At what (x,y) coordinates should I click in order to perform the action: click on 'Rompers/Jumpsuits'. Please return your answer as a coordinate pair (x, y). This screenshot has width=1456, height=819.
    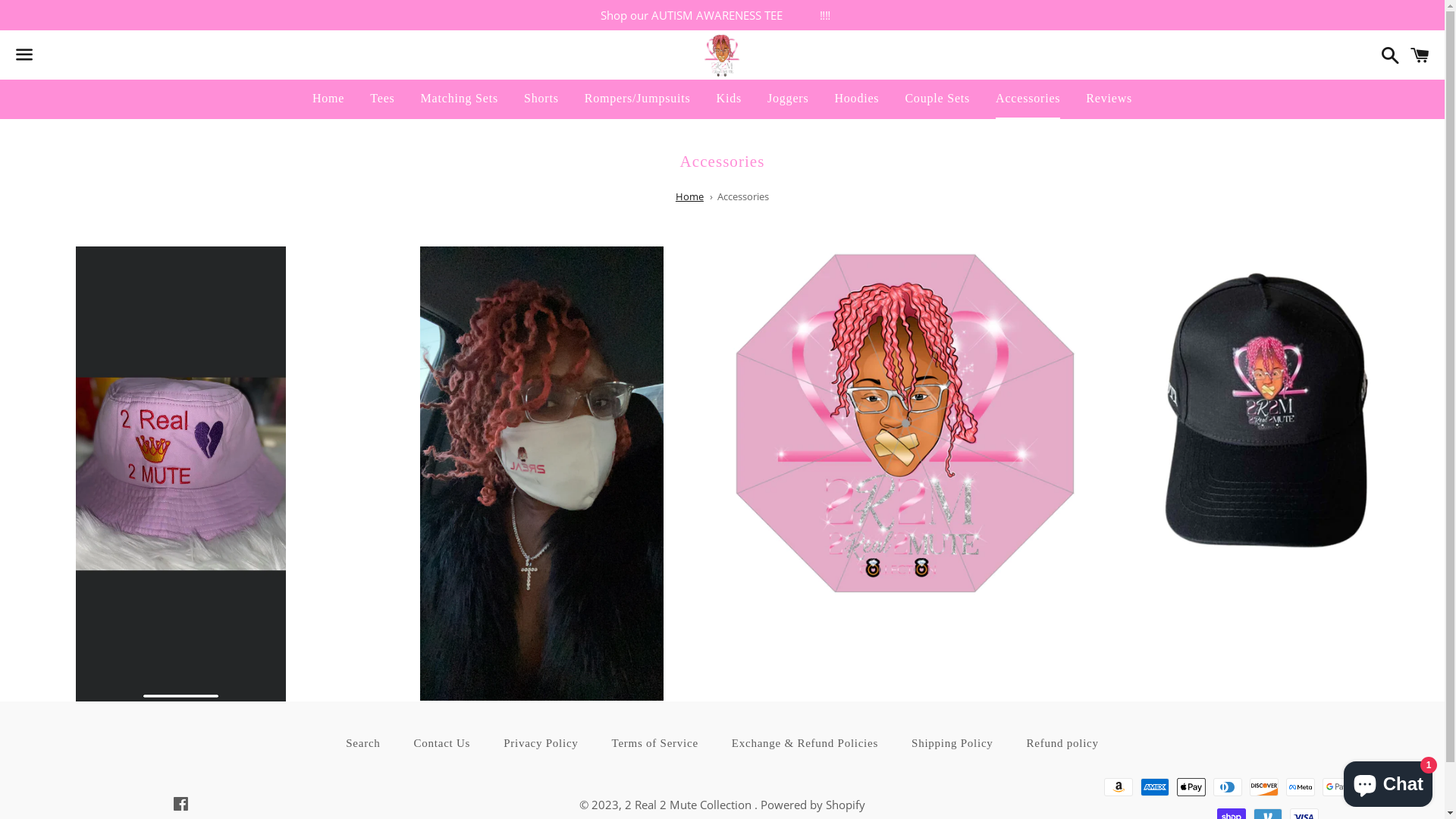
    Looking at the image, I should click on (637, 99).